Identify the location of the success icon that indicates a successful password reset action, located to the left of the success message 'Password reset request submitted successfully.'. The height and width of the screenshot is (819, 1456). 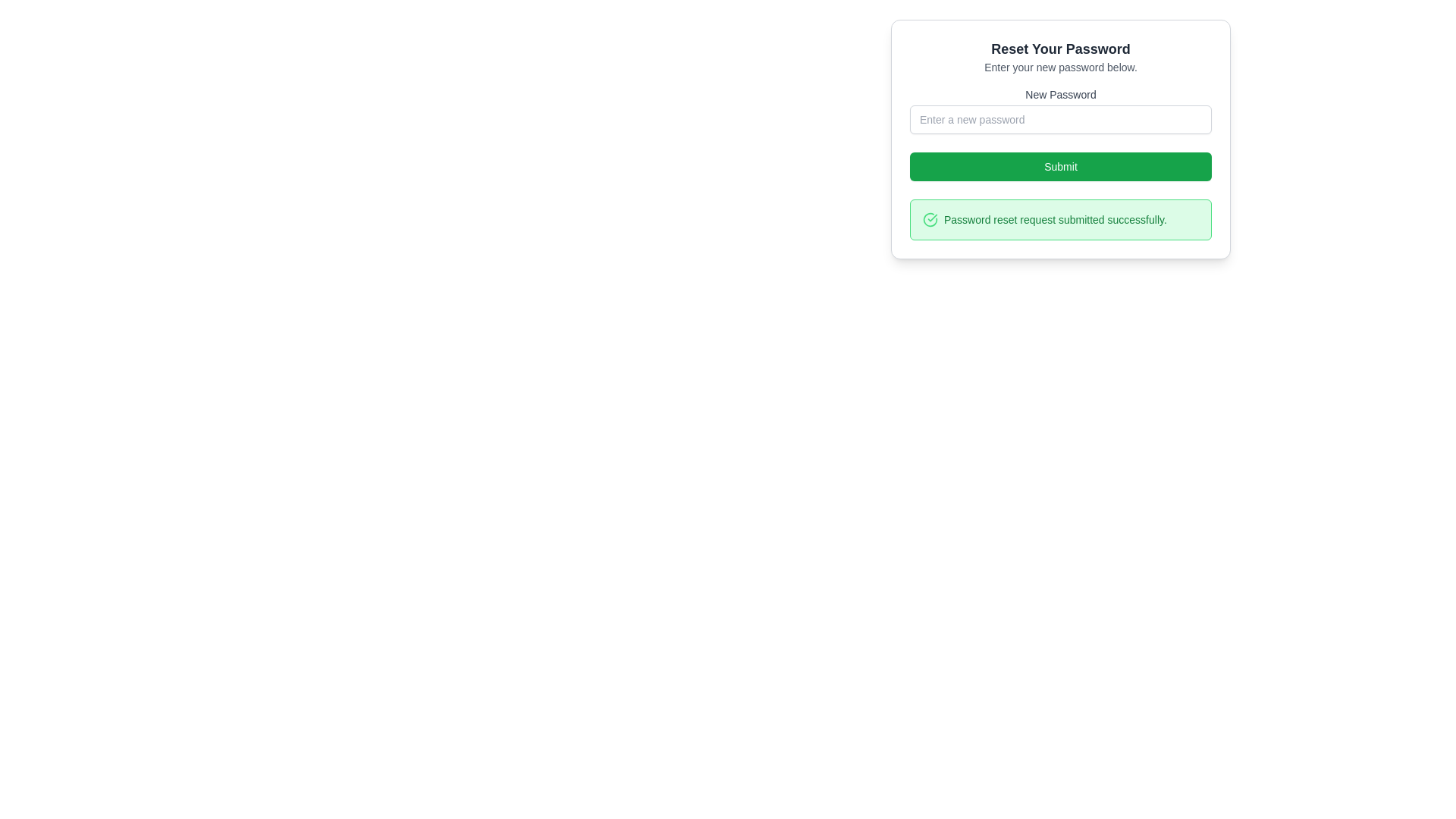
(930, 219).